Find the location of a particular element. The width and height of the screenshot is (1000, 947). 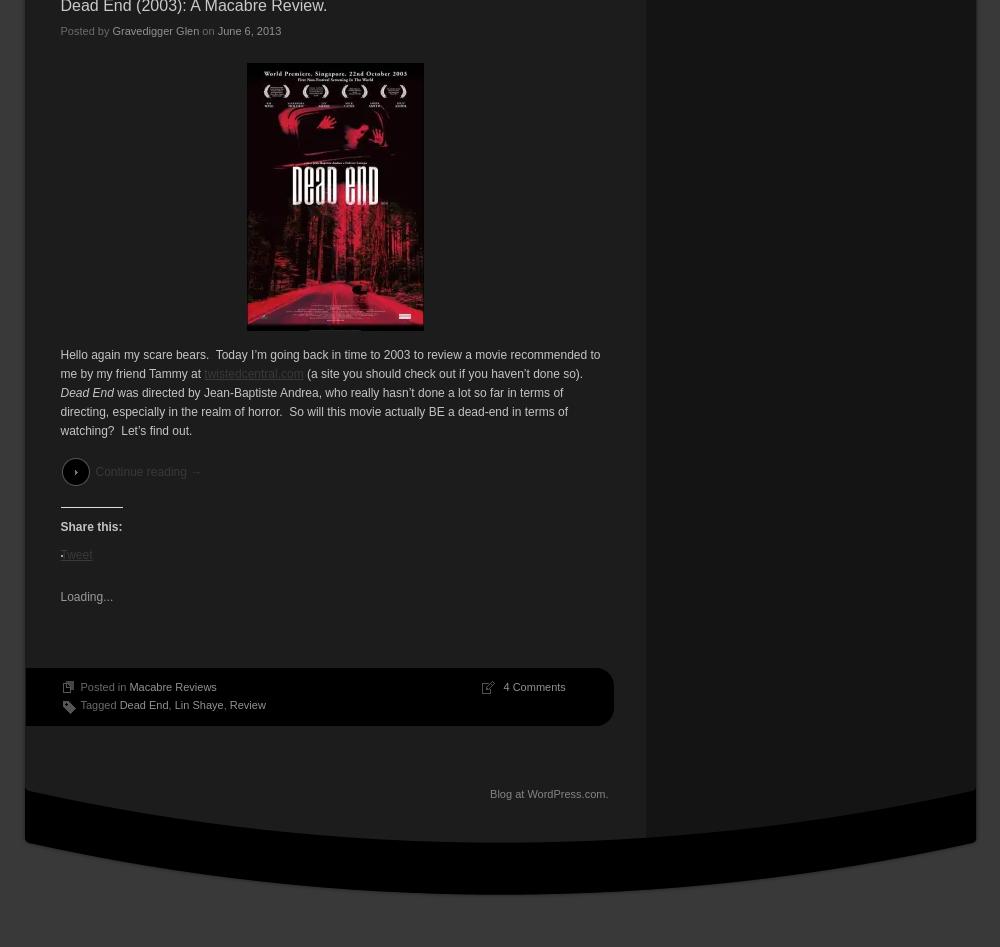

'Share this:' is located at coordinates (90, 524).